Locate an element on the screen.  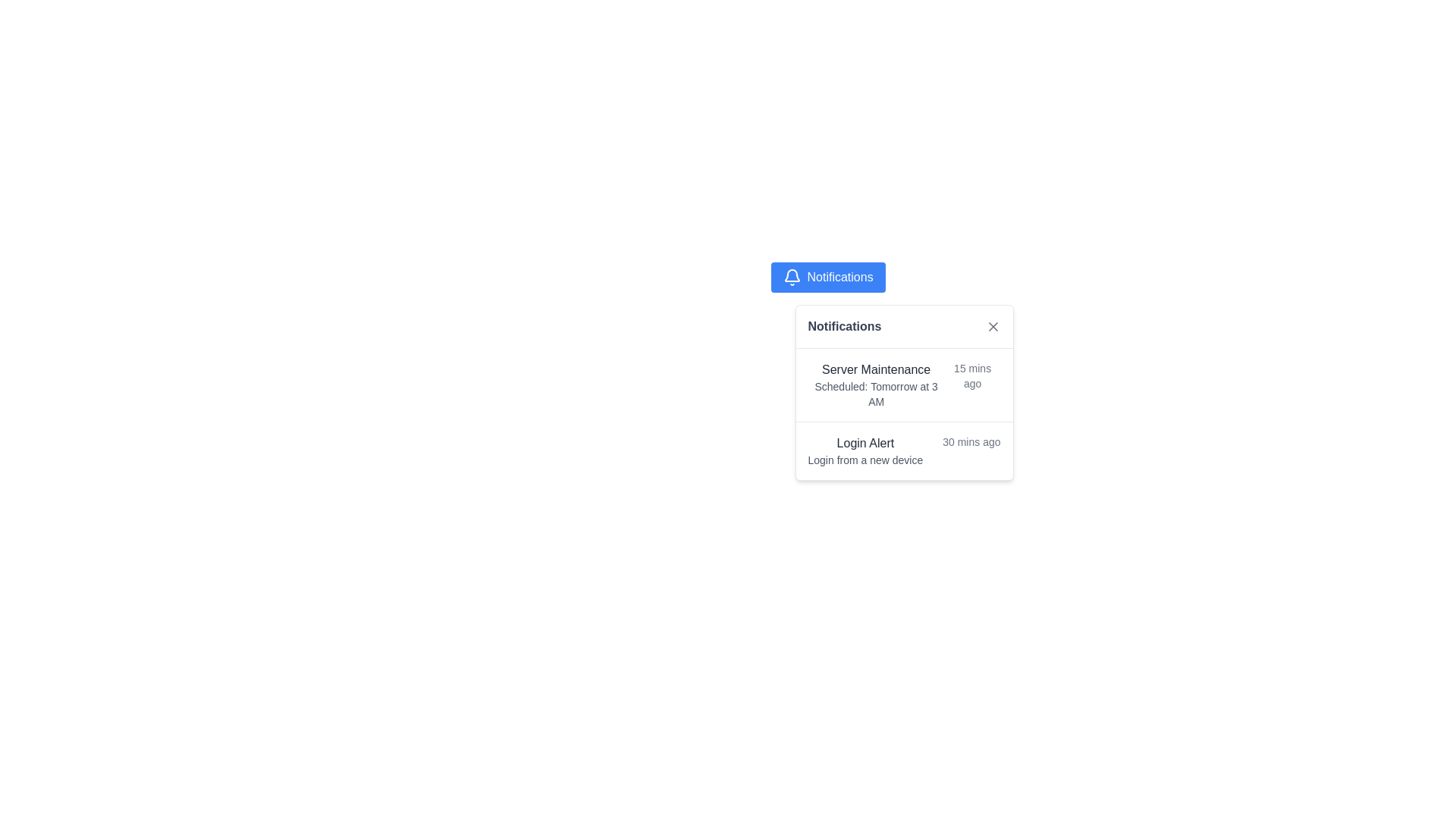
the Notifications button, which is visually represented by a bell icon is located at coordinates (791, 275).